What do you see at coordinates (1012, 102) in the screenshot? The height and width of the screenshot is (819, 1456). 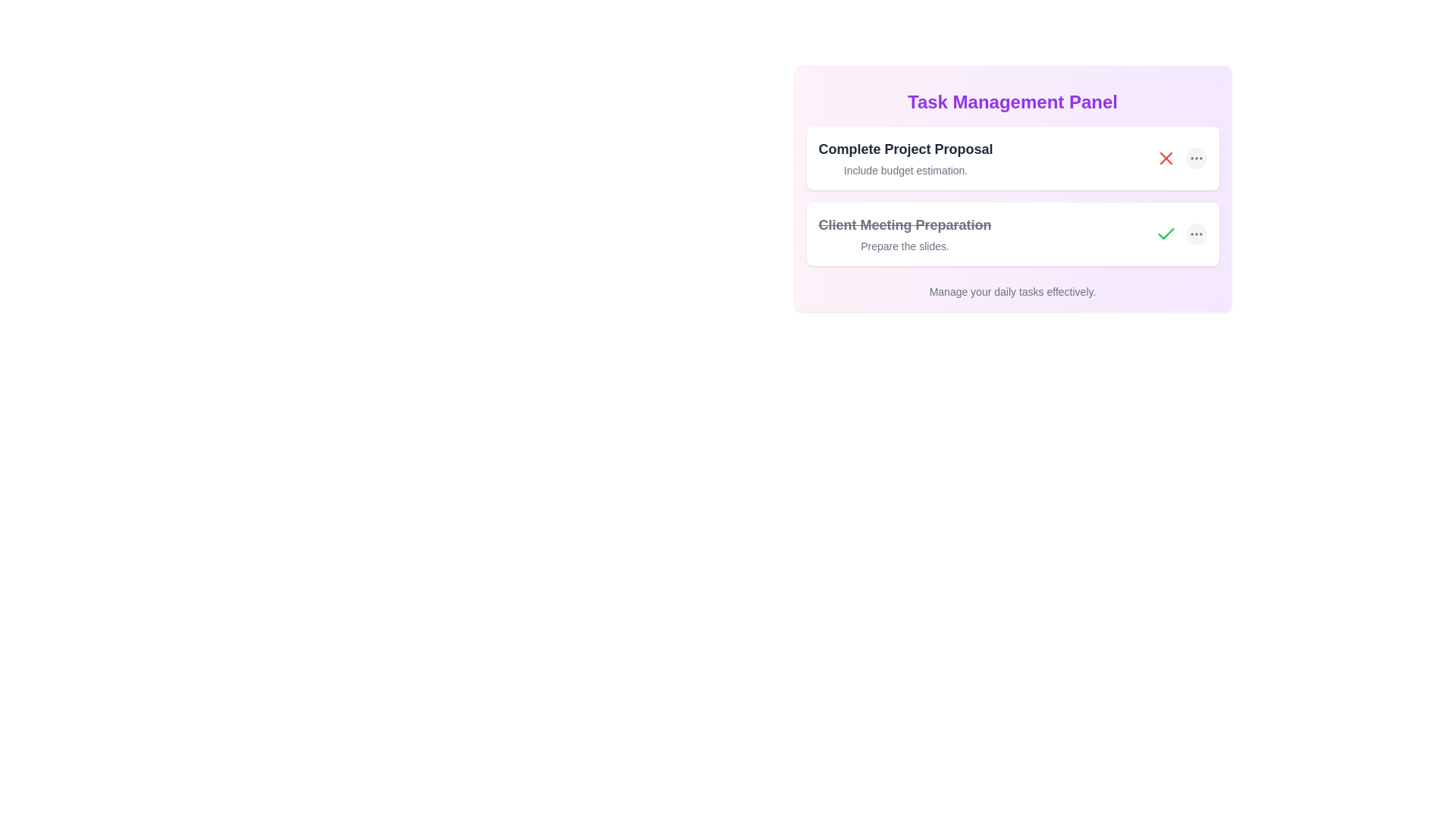 I see `the Text Label or Header at the top of the task management card, which indicates the purpose or functionality of the content within the card` at bounding box center [1012, 102].